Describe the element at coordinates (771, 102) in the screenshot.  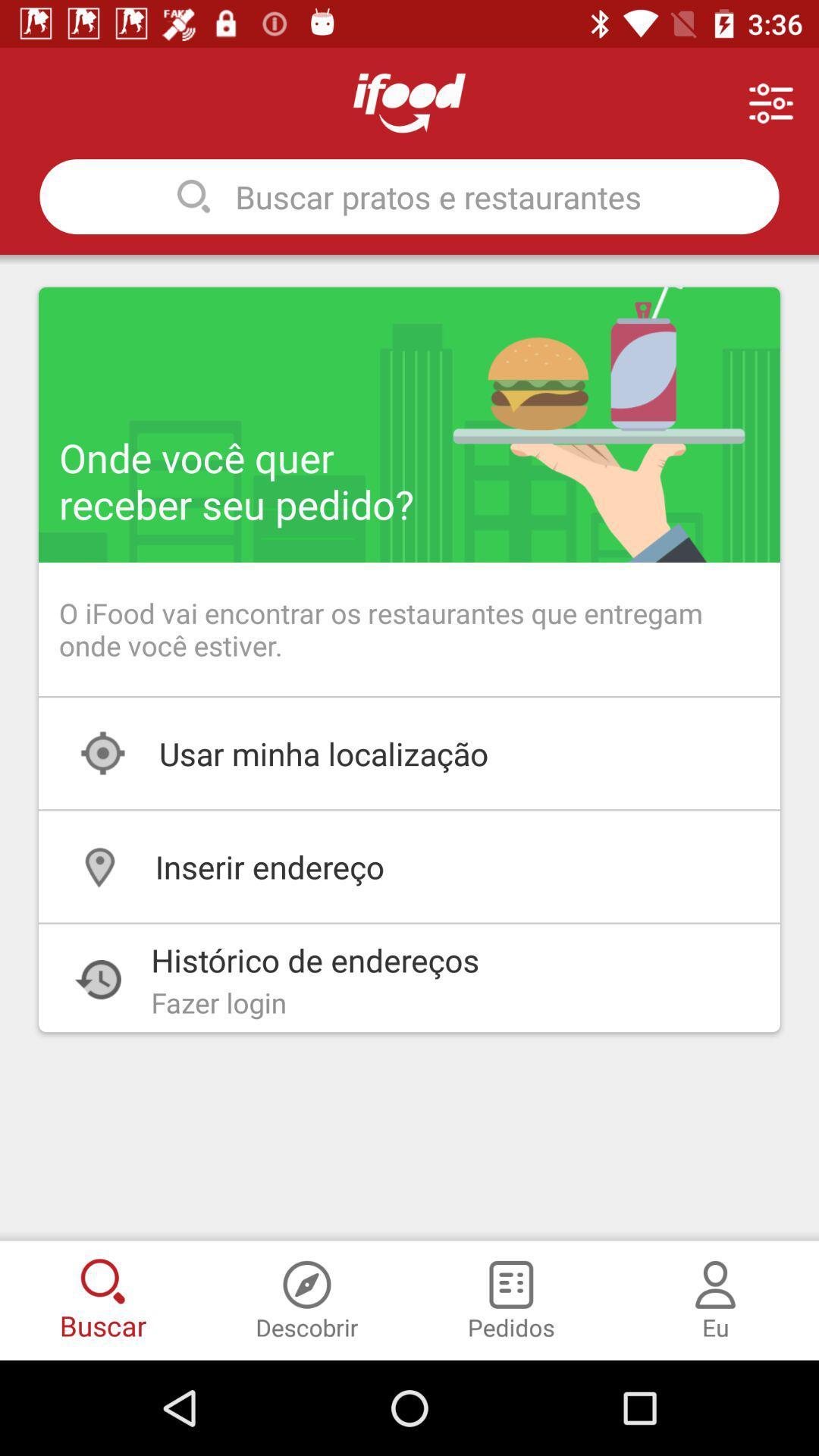
I see `item at the top right corner` at that location.